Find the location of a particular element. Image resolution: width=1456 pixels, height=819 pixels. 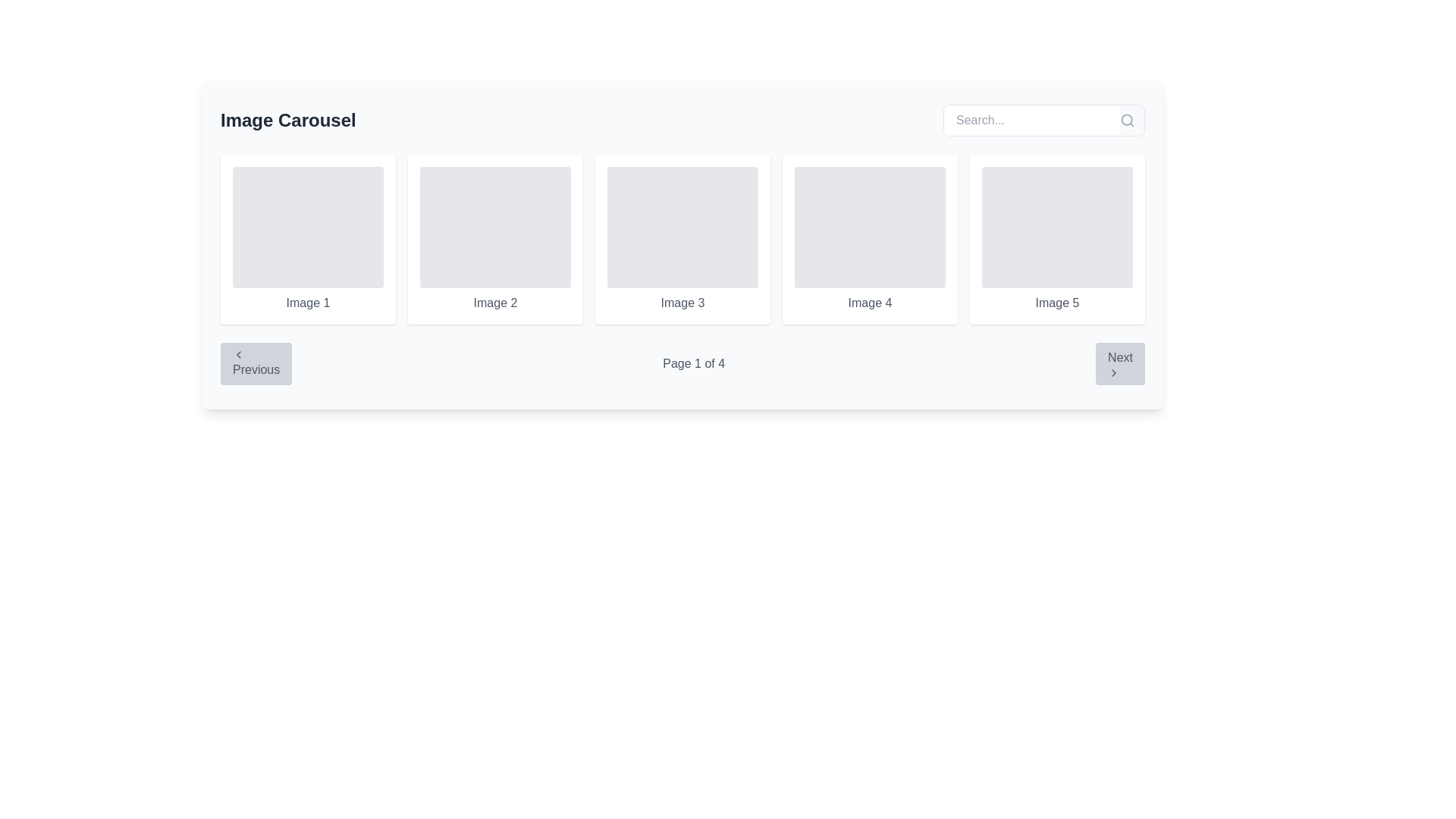

text from the label located directly beneath the first image placeholder in the first column of the horizontal list of image placeholders is located at coordinates (307, 303).